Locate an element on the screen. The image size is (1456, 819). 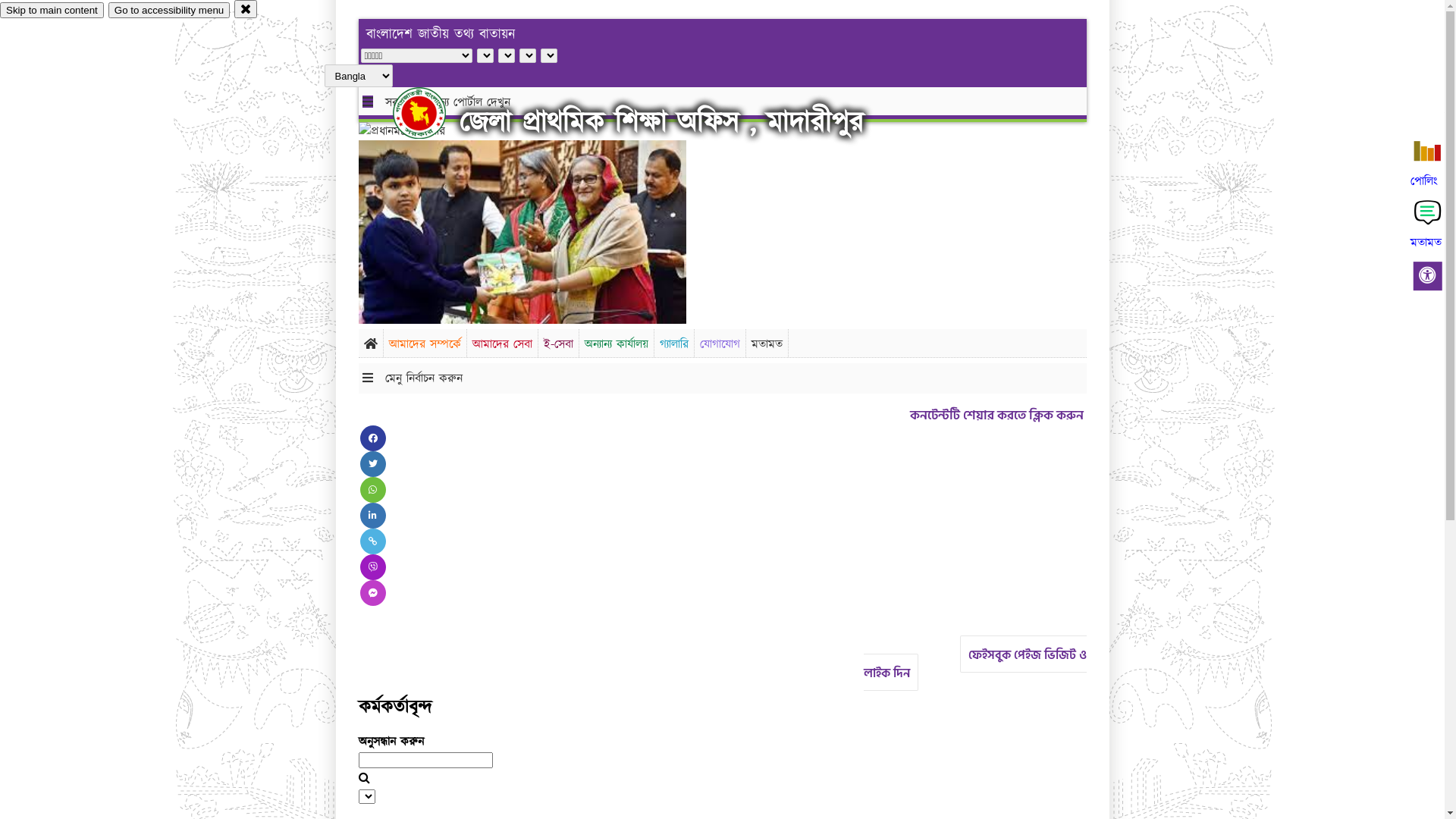
' is located at coordinates (393, 112).